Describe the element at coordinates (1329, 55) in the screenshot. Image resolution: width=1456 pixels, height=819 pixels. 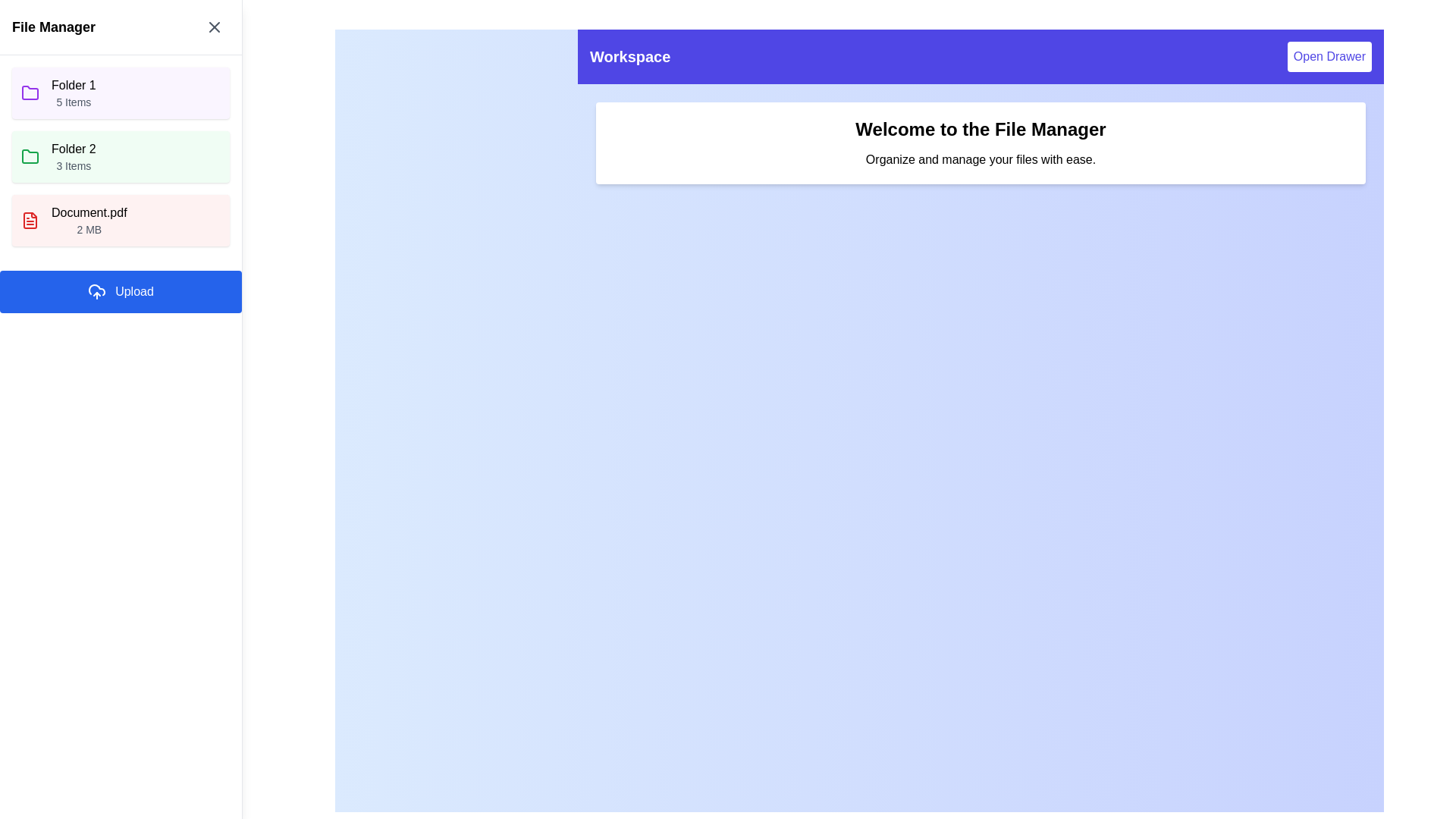
I see `the button located in the top-right corner of the header bar` at that location.